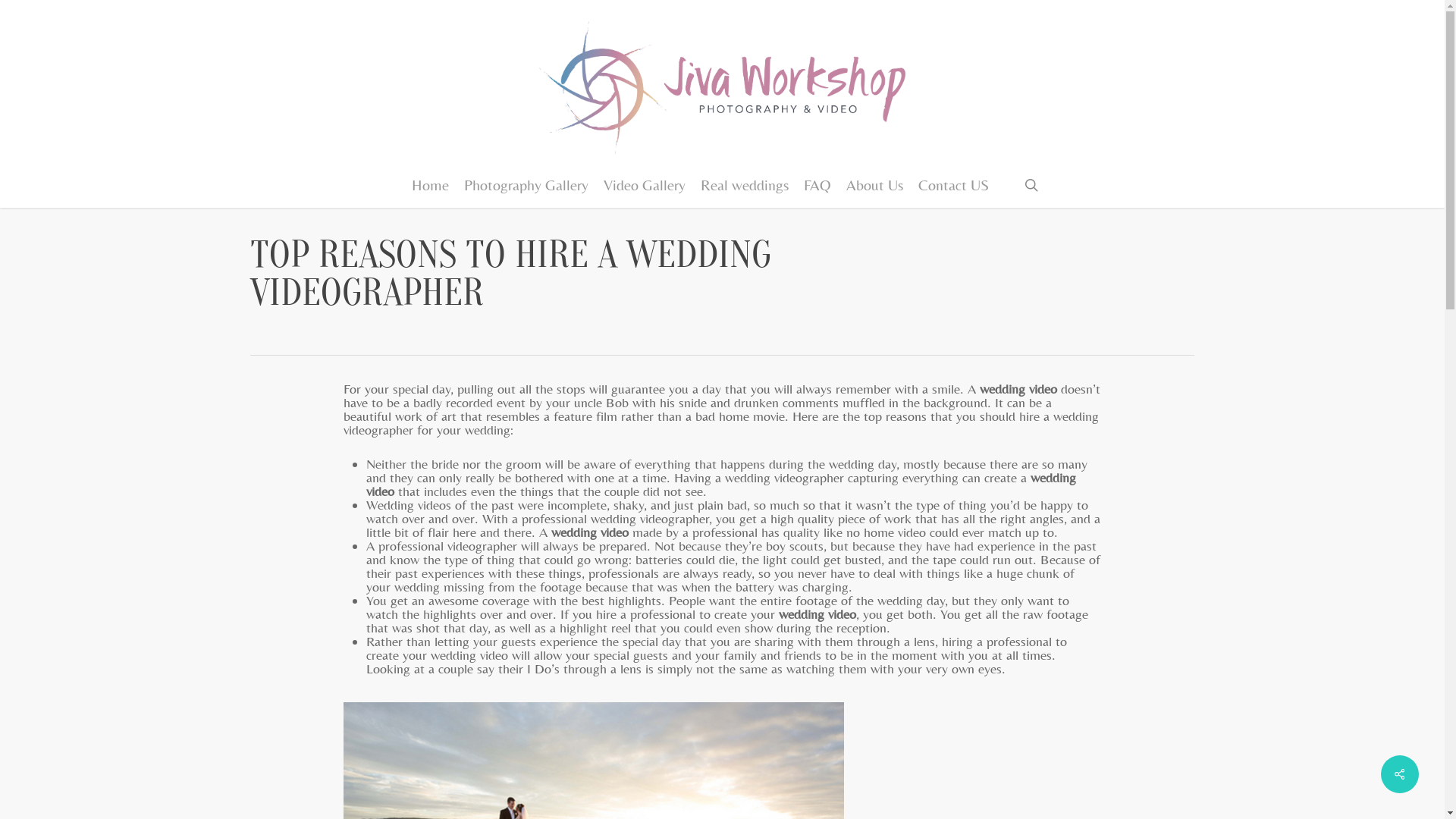 The width and height of the screenshot is (1456, 819). Describe the element at coordinates (644, 184) in the screenshot. I see `'Video Gallery'` at that location.